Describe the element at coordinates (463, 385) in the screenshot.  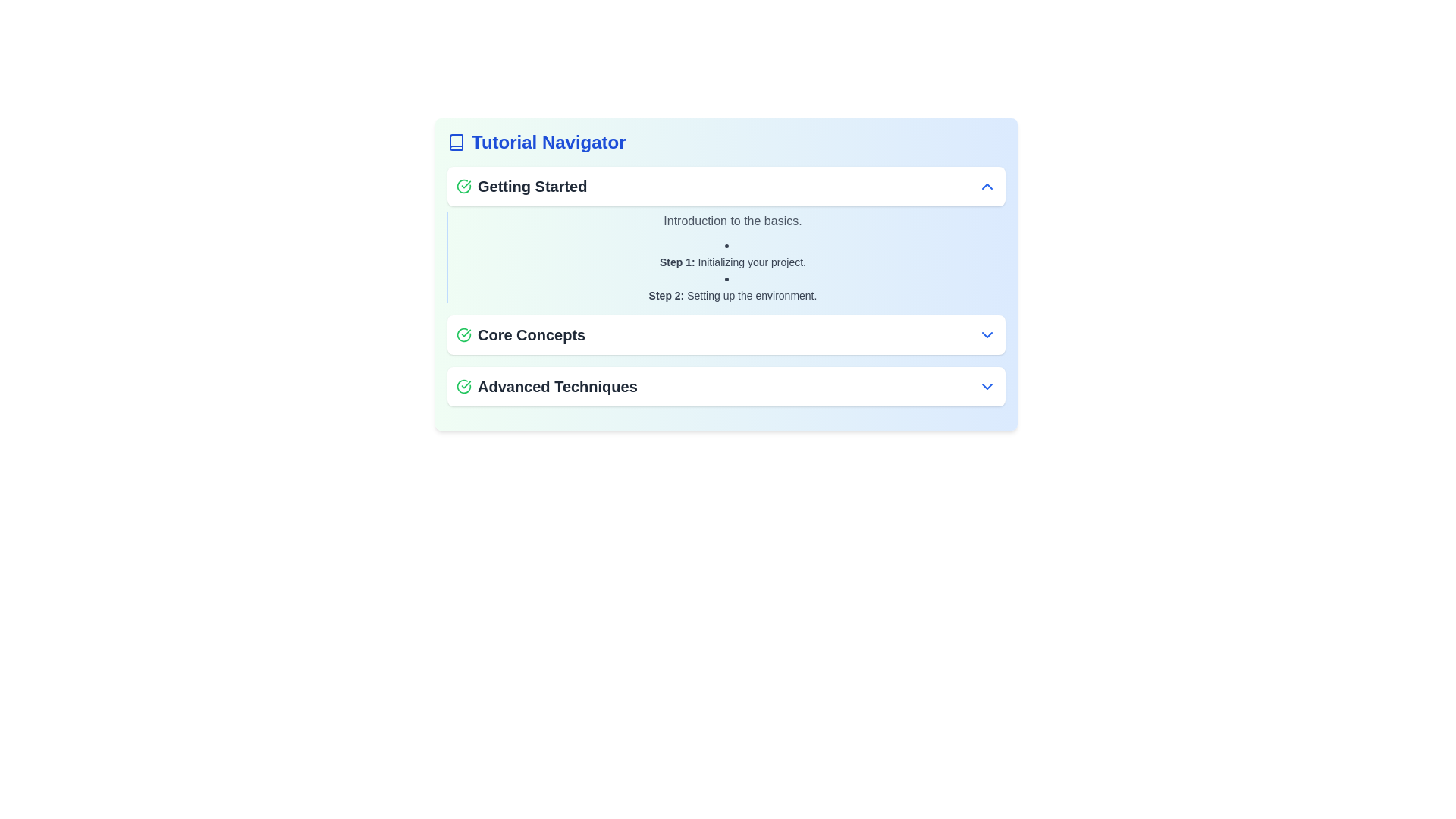
I see `the circular icon with a green outline and a checkmark inside, which is located to the left of the 'Advanced Techniques' text` at that location.